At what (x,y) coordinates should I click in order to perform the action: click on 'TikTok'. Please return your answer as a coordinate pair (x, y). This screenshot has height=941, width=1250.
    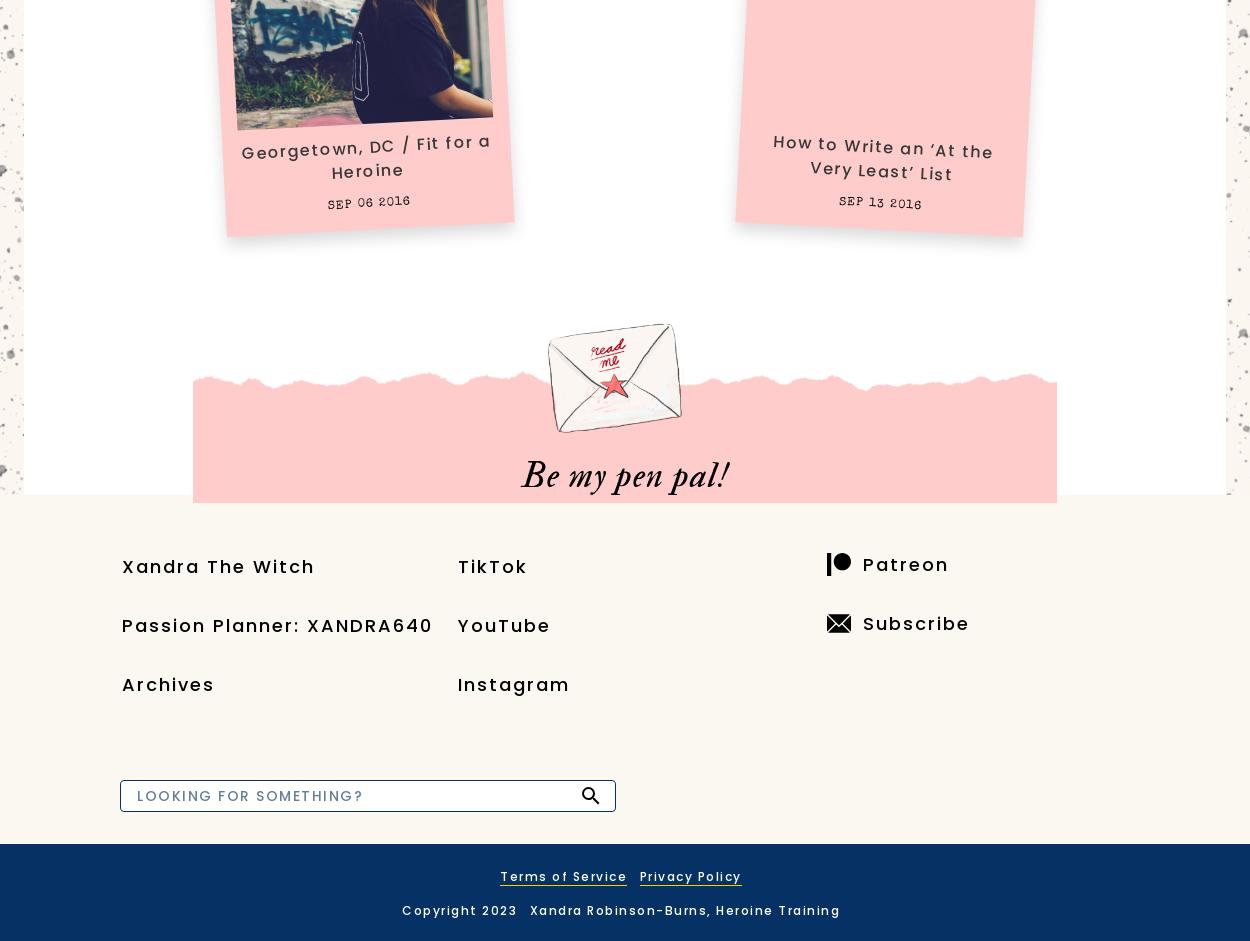
    Looking at the image, I should click on (491, 565).